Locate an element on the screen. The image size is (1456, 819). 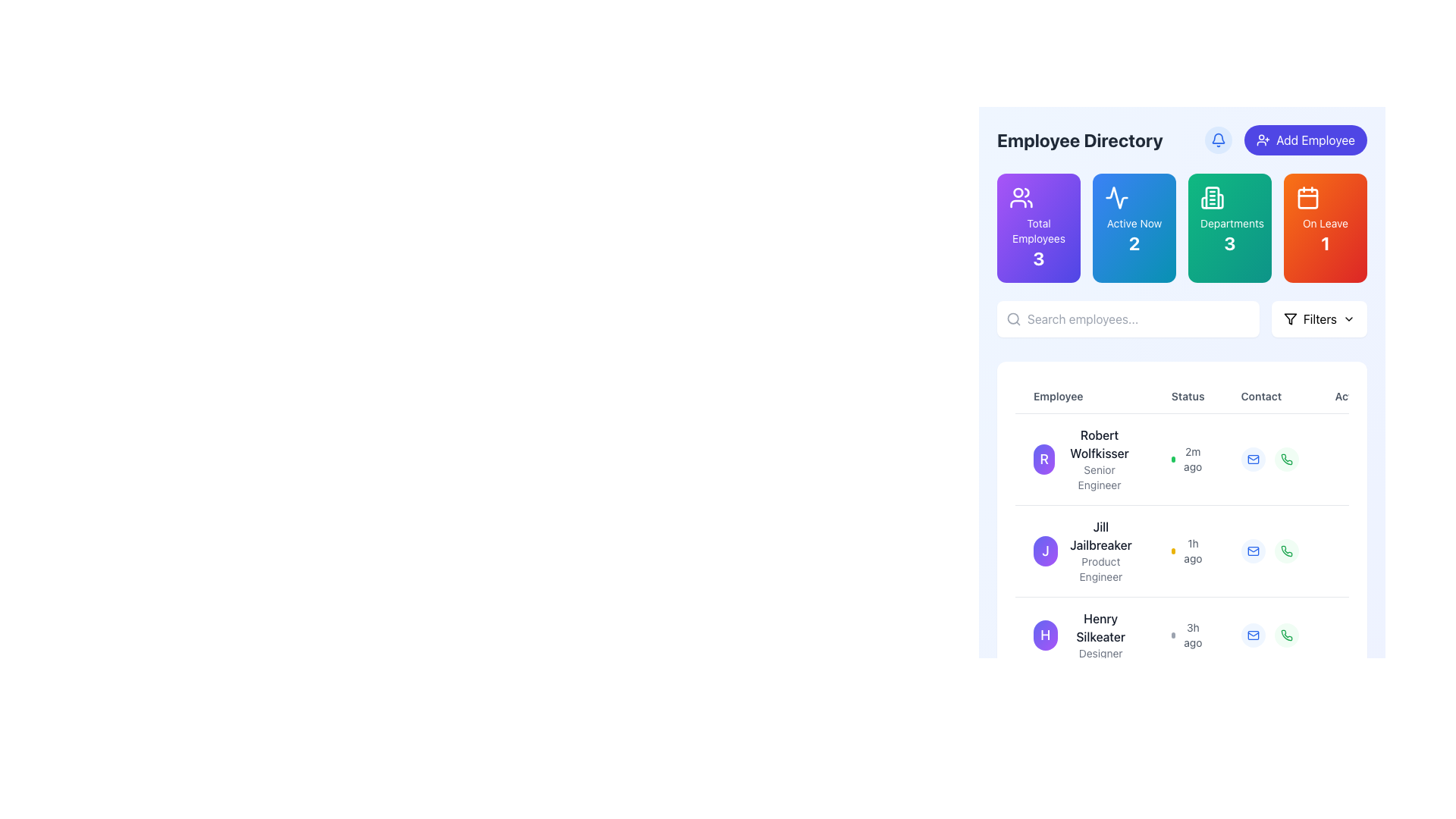
the text block displaying the name of the employee located in the third row of the employee directory, positioned below 'Robert Wolfkisser' and 'Jill Jailbreaker' is located at coordinates (1100, 628).